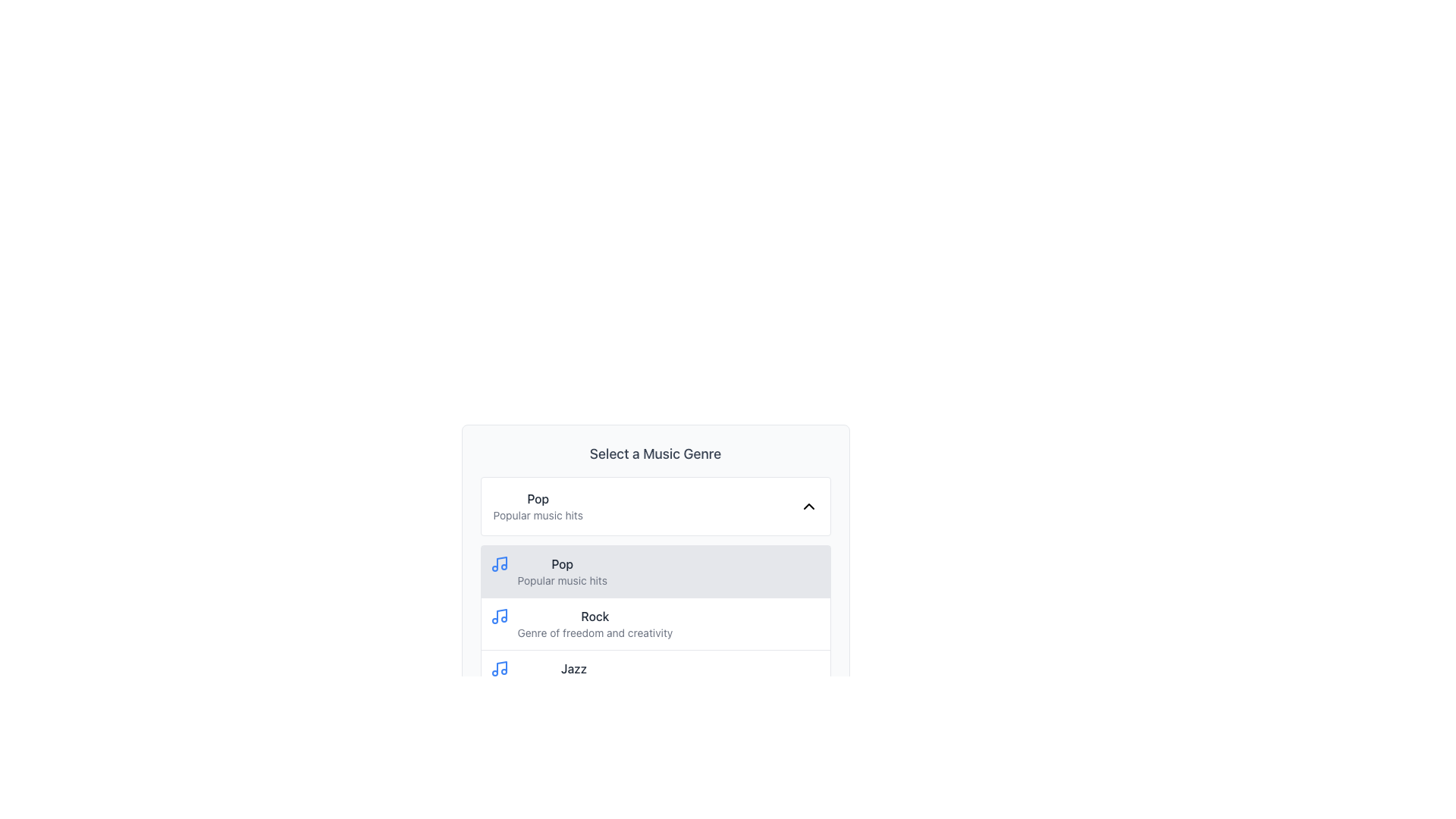  What do you see at coordinates (655, 623) in the screenshot?
I see `the second list item element that consists of a music note icon and the text 'Rock' and its description` at bounding box center [655, 623].